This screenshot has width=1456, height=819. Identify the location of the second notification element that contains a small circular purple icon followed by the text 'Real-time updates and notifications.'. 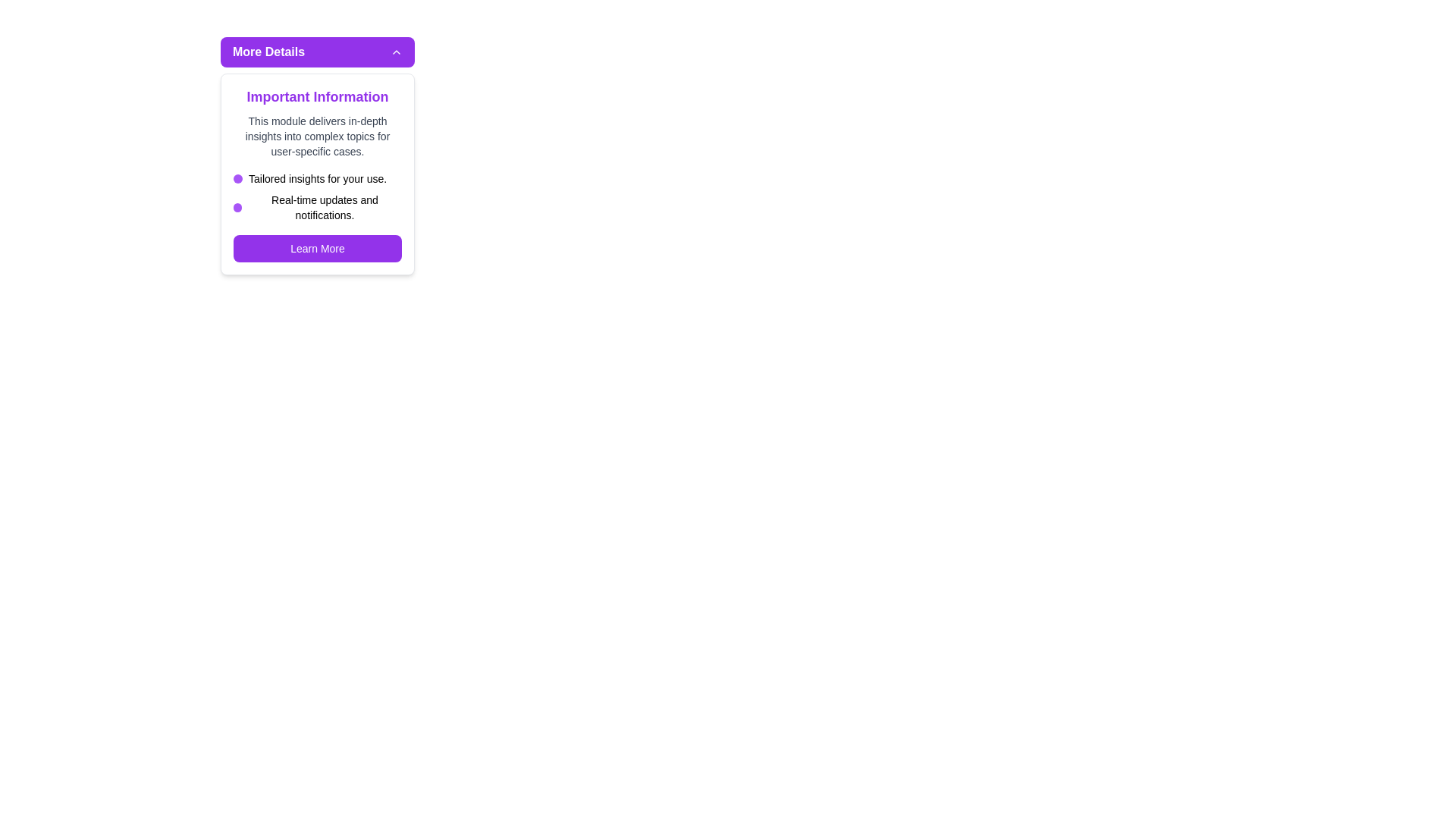
(316, 207).